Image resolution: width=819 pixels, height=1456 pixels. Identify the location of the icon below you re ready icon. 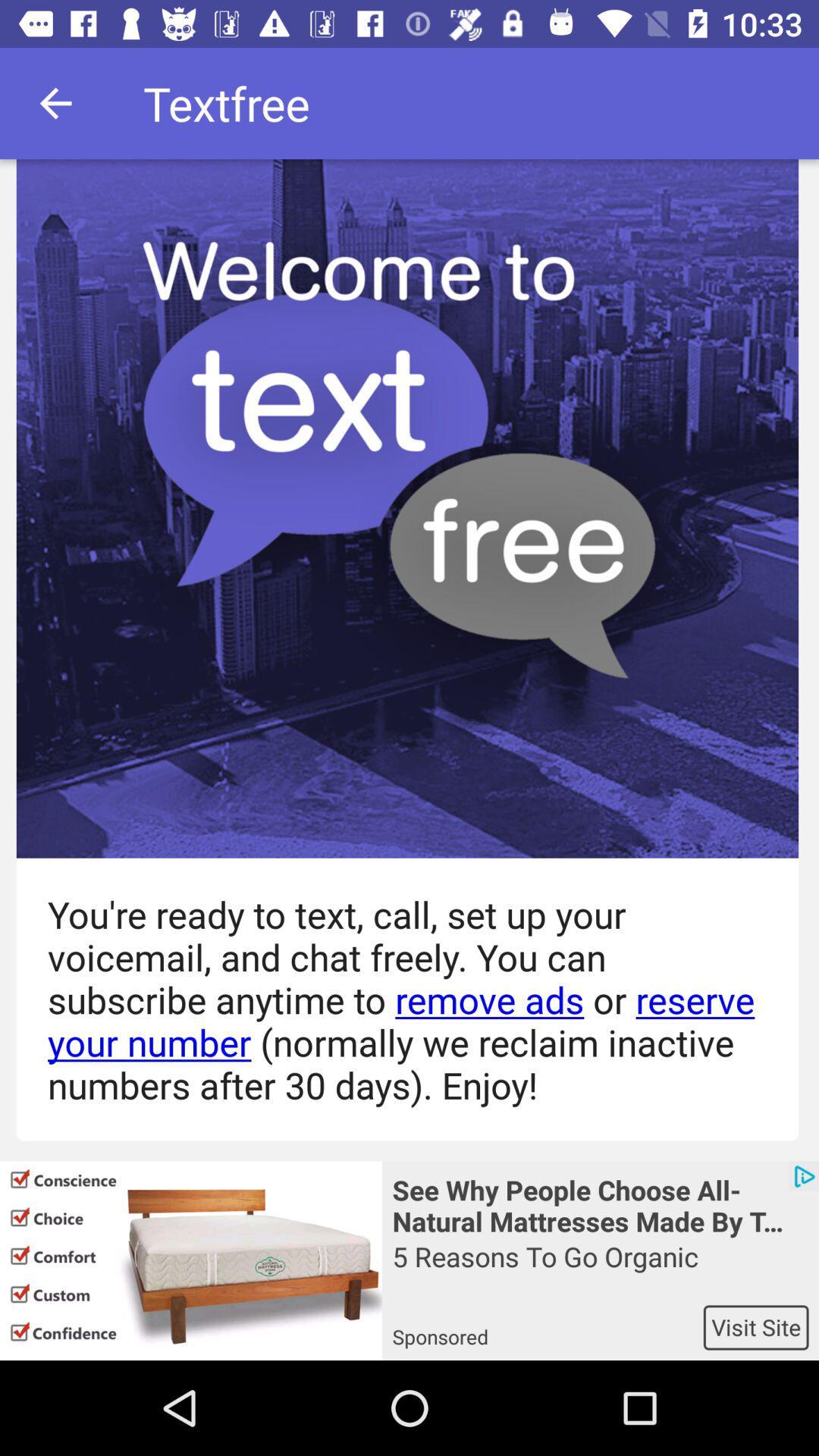
(190, 1260).